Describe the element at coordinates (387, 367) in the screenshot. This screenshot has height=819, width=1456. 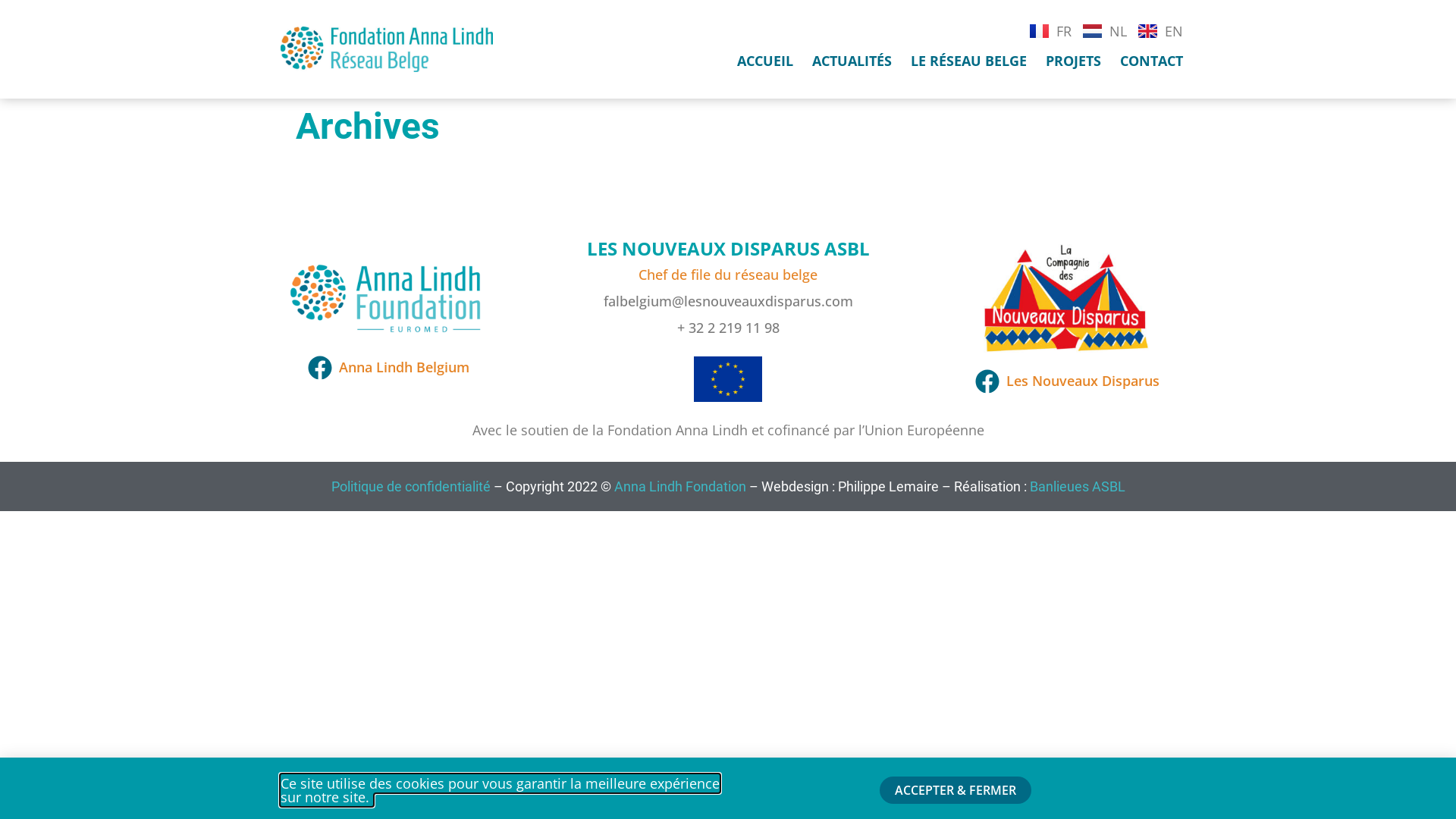
I see `'Anna Lindh Belgium'` at that location.